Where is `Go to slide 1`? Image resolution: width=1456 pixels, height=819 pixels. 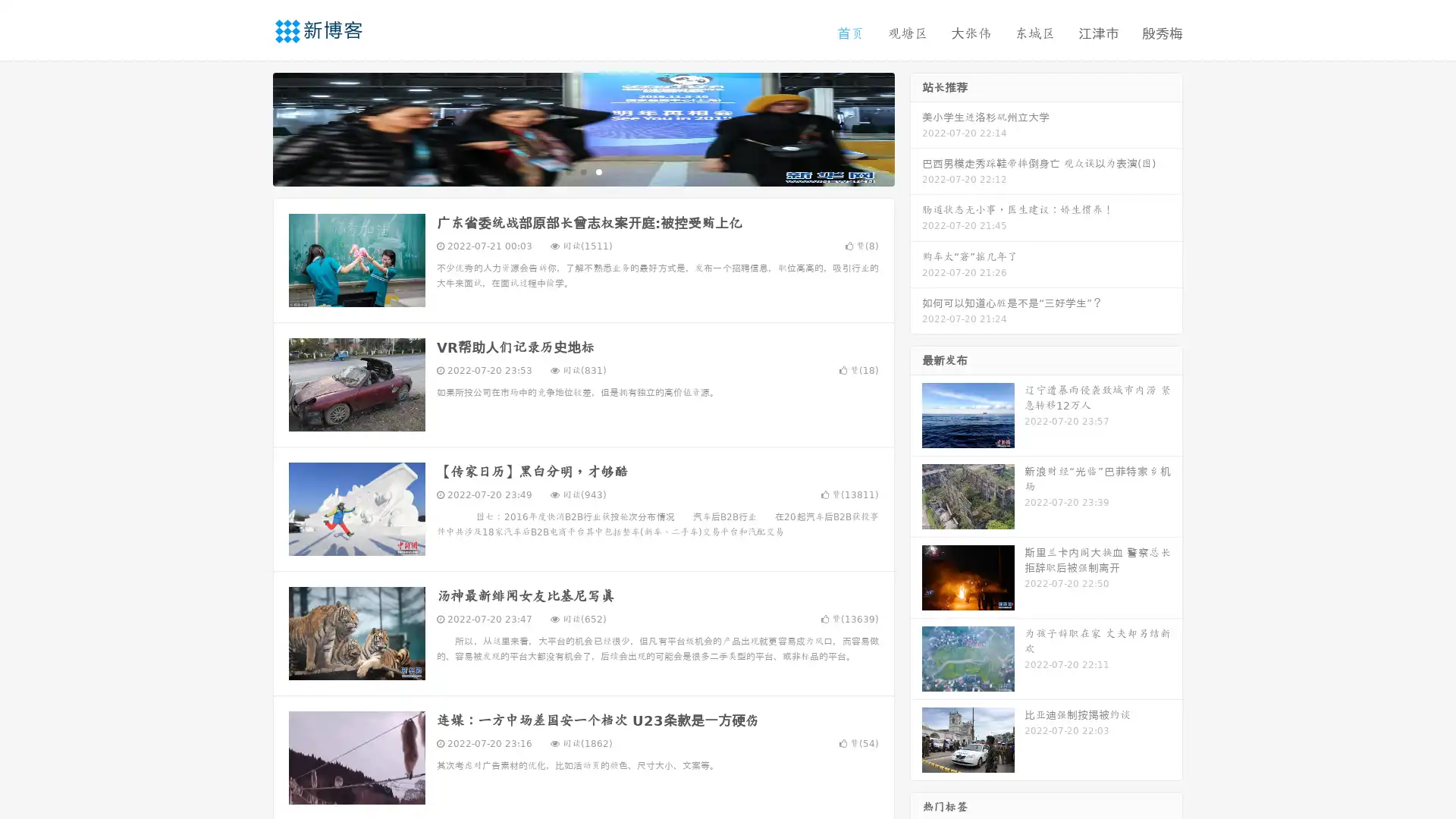
Go to slide 1 is located at coordinates (567, 171).